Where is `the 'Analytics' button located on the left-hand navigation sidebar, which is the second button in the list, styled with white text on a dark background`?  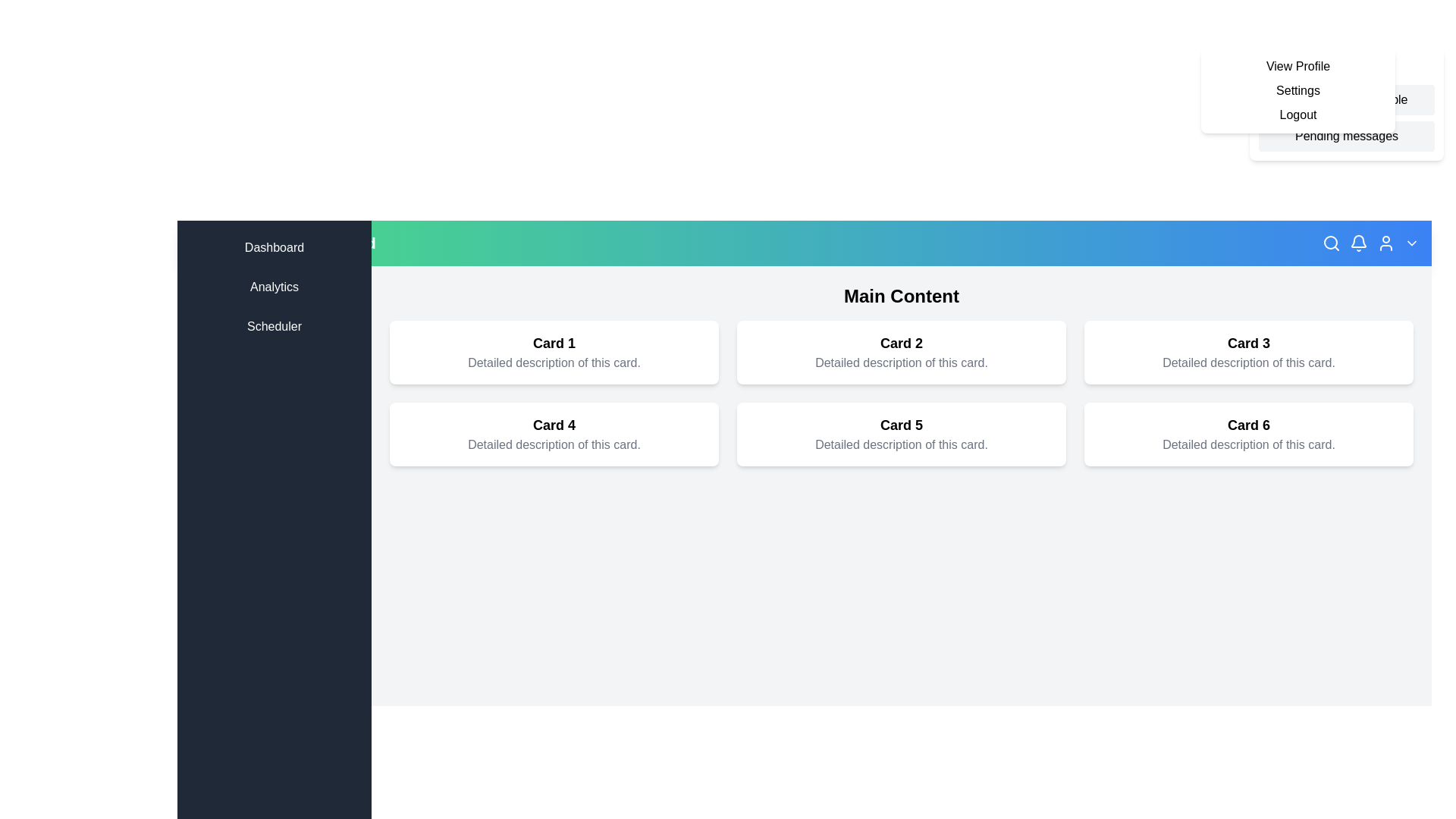 the 'Analytics' button located on the left-hand navigation sidebar, which is the second button in the list, styled with white text on a dark background is located at coordinates (274, 287).